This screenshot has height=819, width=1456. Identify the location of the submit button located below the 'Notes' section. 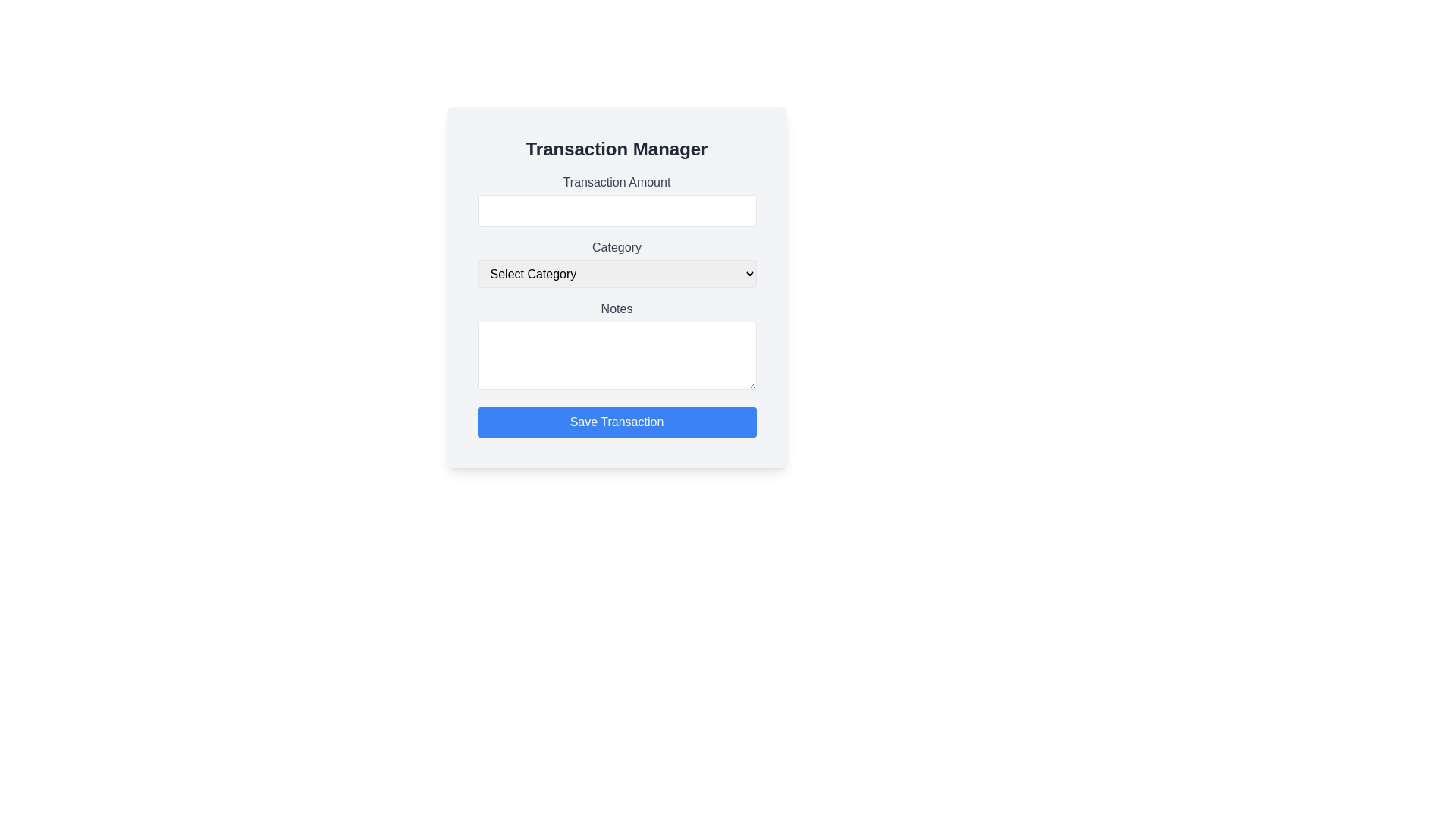
(617, 422).